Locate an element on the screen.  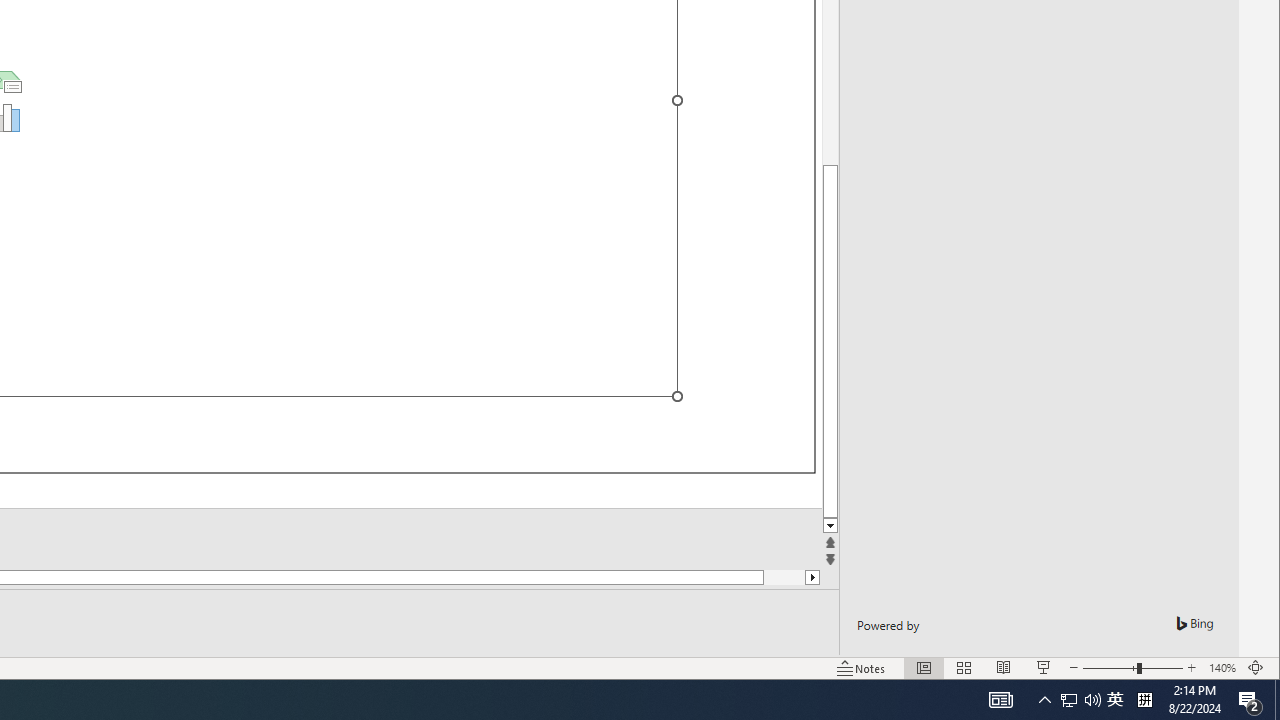
'Zoom 140%' is located at coordinates (1221, 668).